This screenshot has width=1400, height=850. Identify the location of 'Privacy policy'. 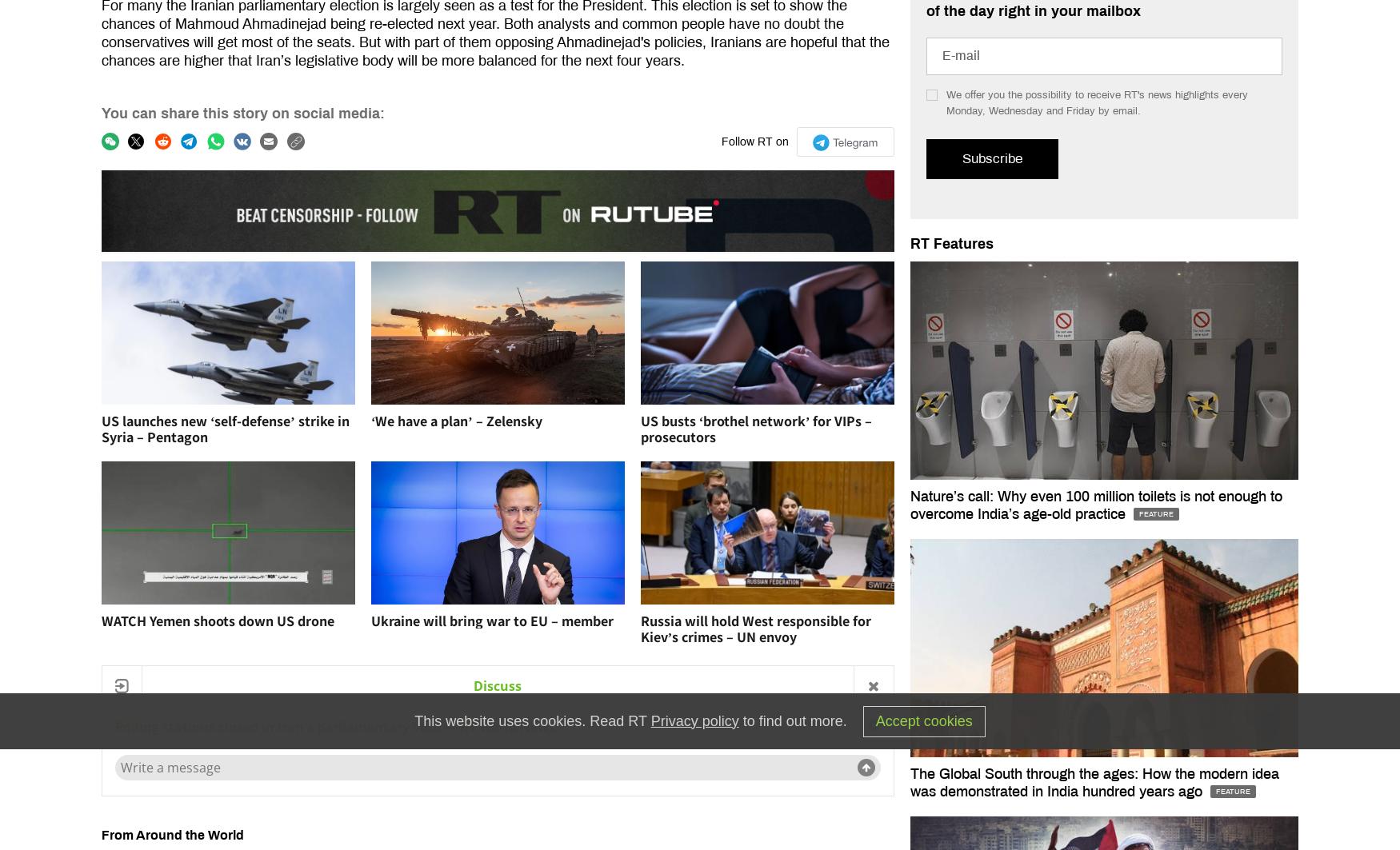
(650, 719).